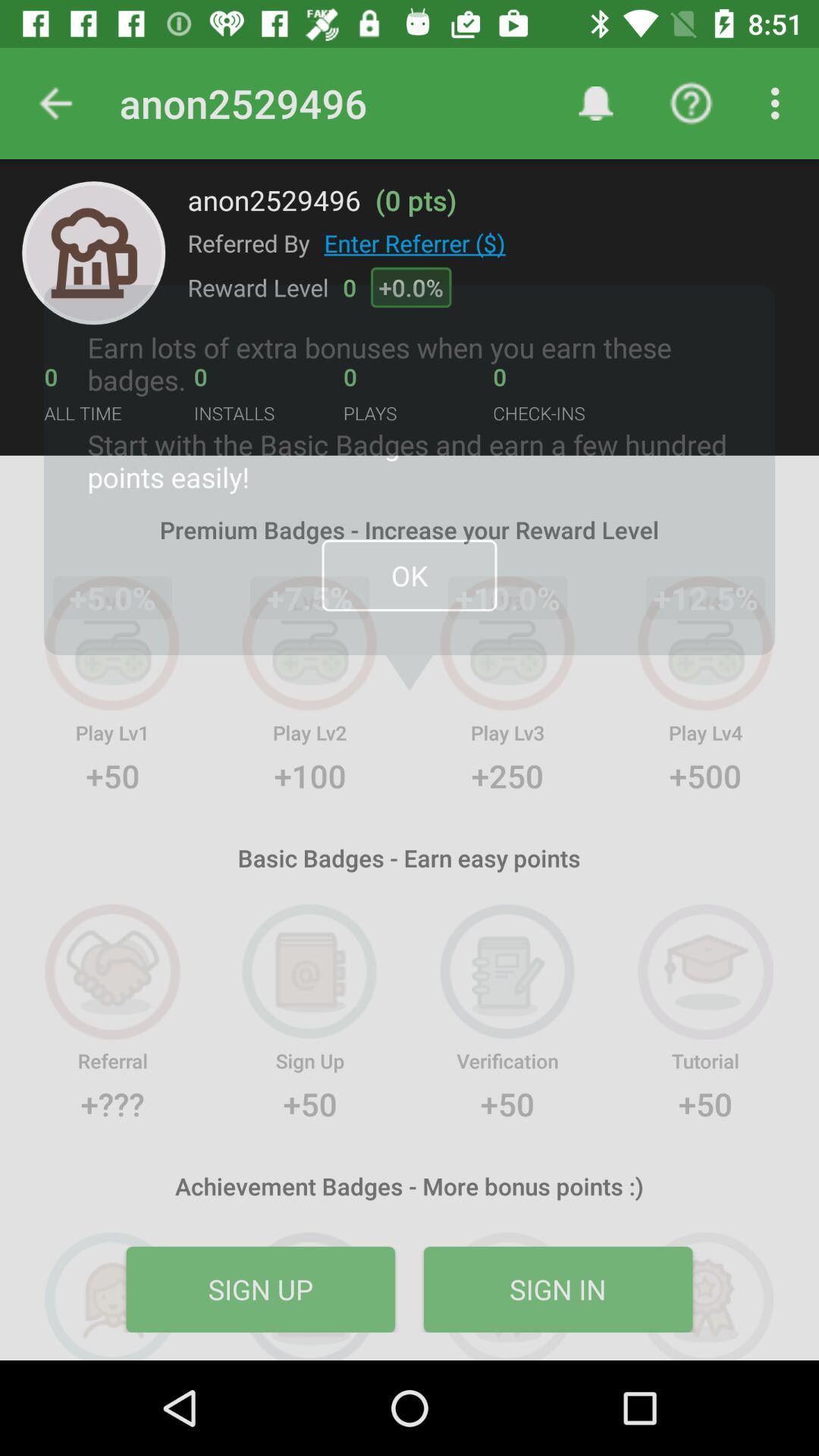  What do you see at coordinates (93, 253) in the screenshot?
I see `profile picture` at bounding box center [93, 253].